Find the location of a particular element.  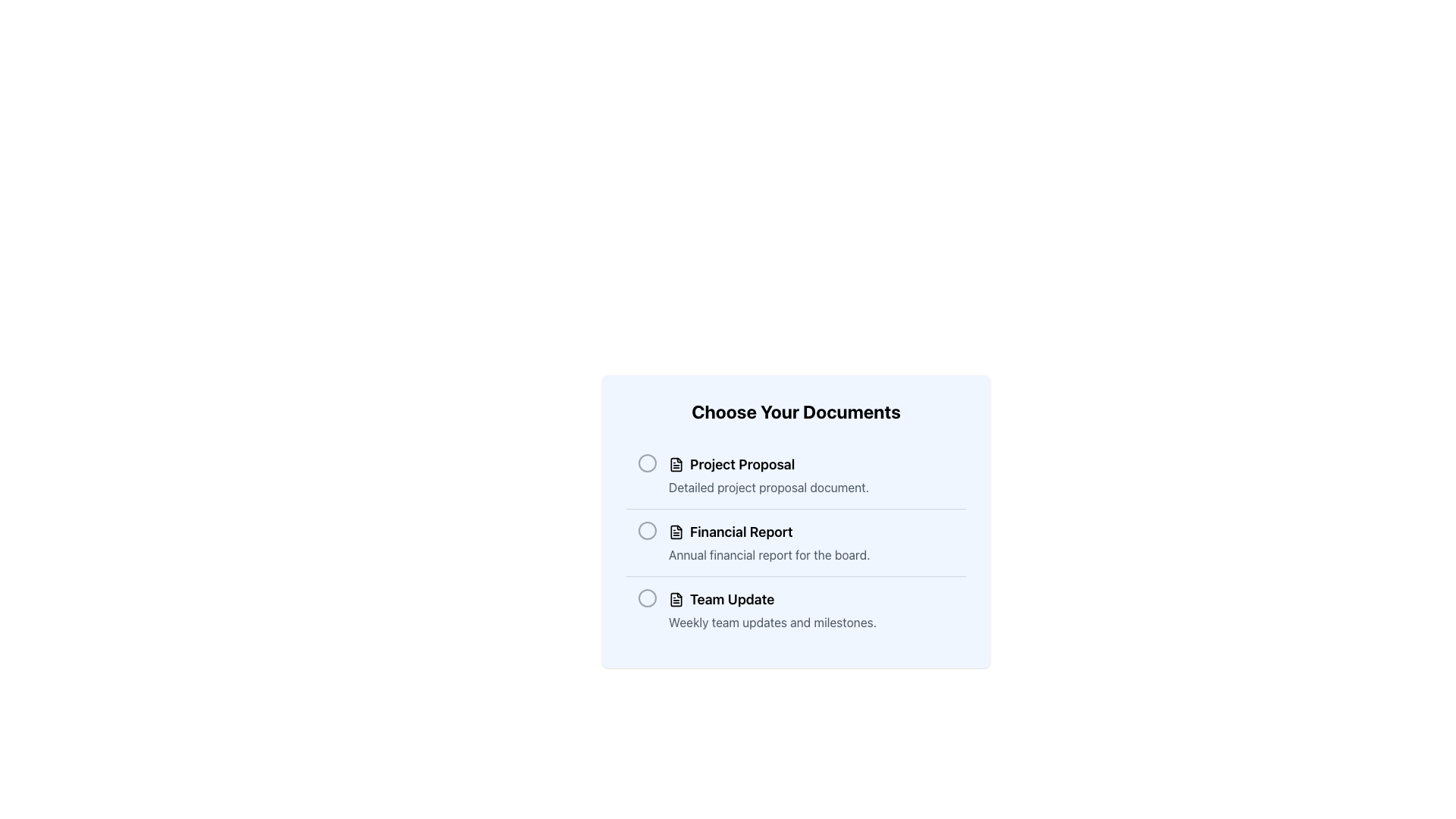

the 'Financial Report' label in the selectable list option is located at coordinates (795, 542).